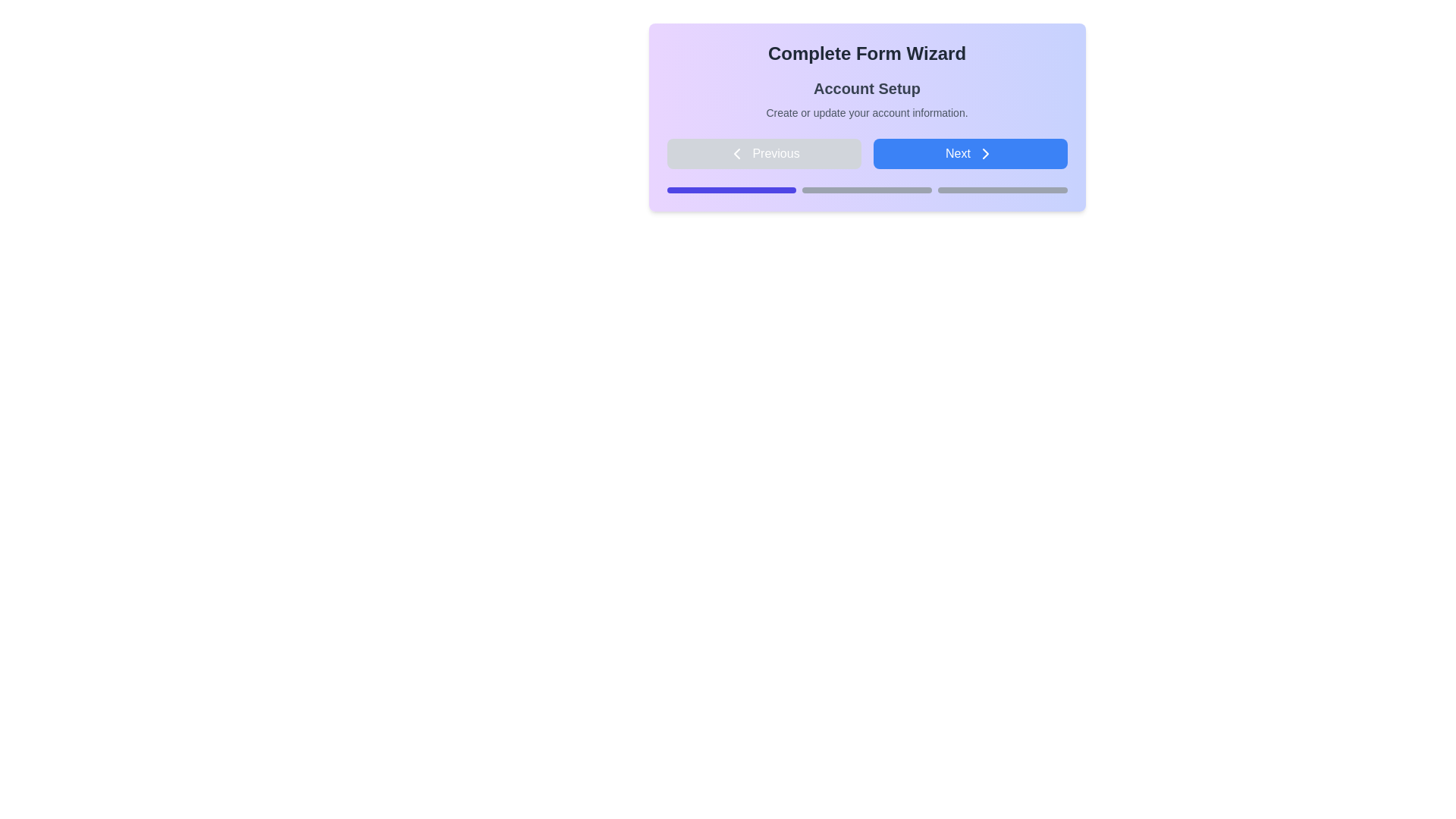 Image resolution: width=1456 pixels, height=819 pixels. What do you see at coordinates (969, 154) in the screenshot?
I see `the blue rectangular button labeled 'Next' with a right-pointing arrow icon to proceed` at bounding box center [969, 154].